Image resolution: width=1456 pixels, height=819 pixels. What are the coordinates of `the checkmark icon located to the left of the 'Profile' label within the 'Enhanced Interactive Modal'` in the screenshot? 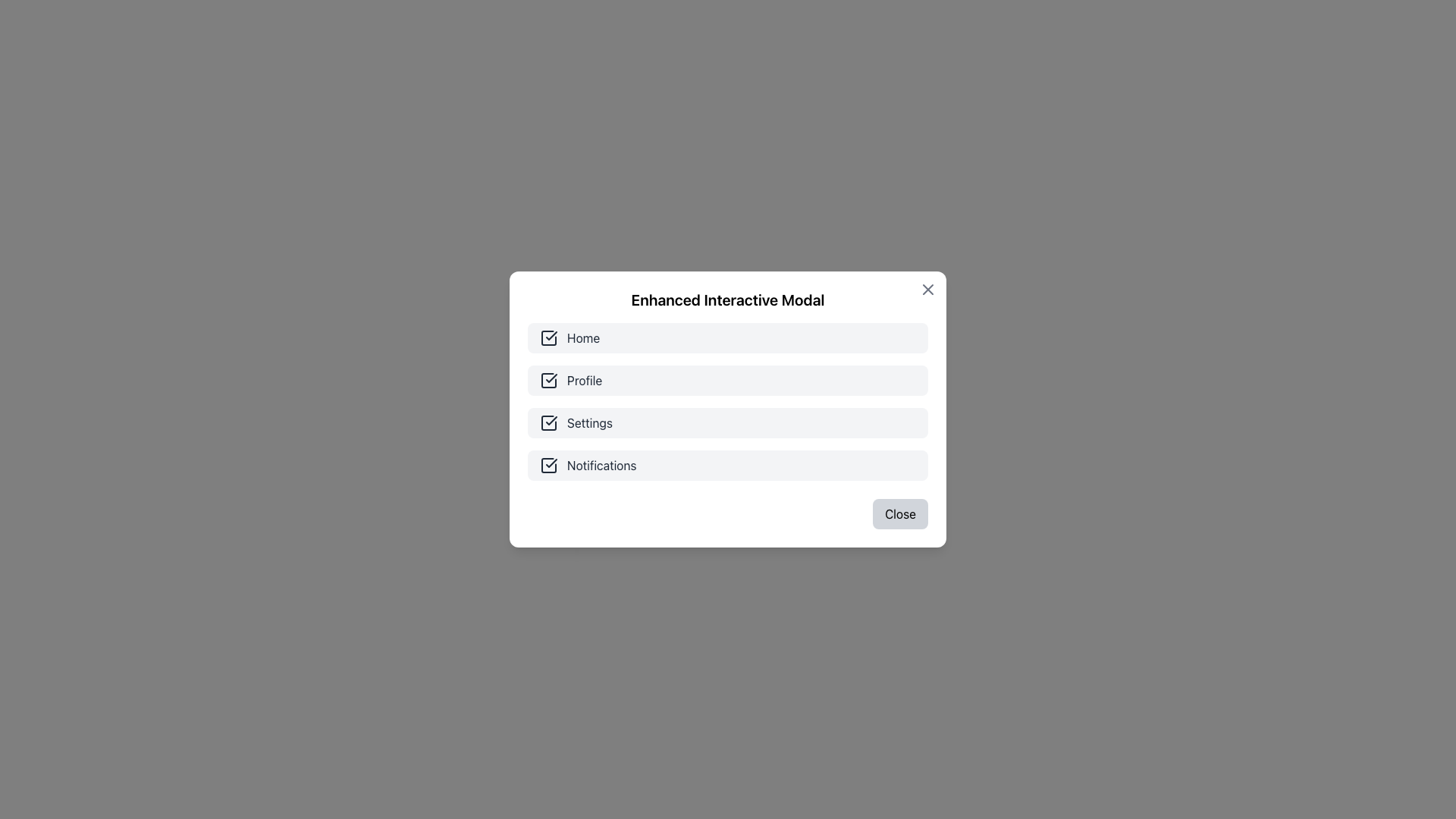 It's located at (551, 377).